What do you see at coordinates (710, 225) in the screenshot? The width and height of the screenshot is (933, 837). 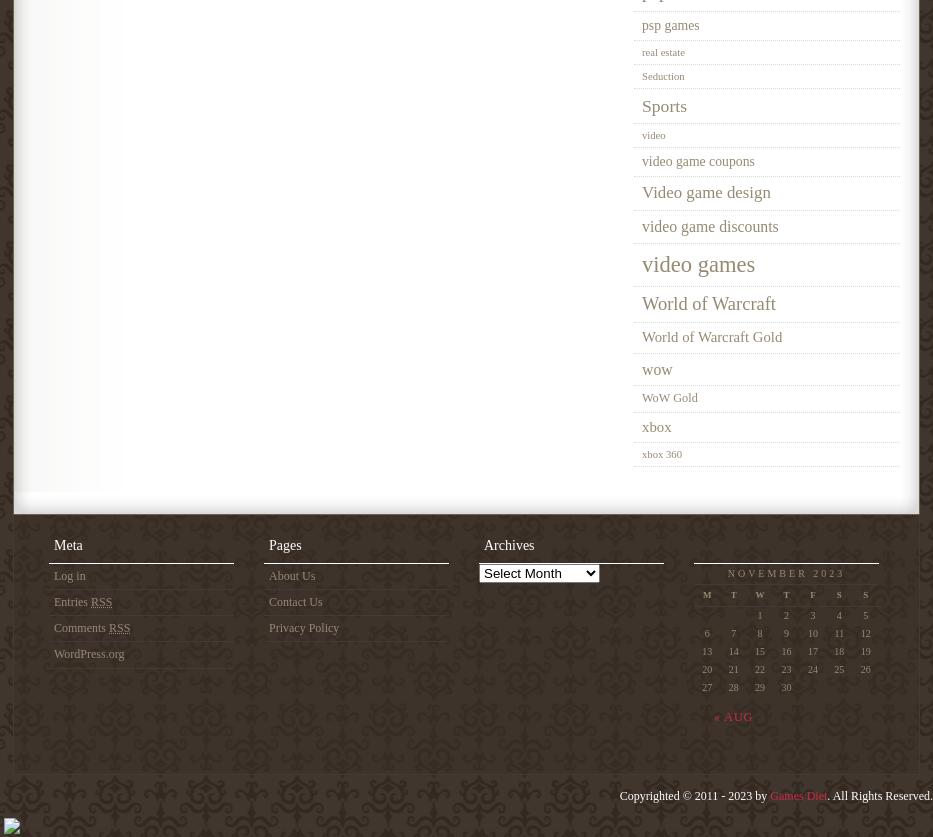 I see `'video game discounts'` at bounding box center [710, 225].